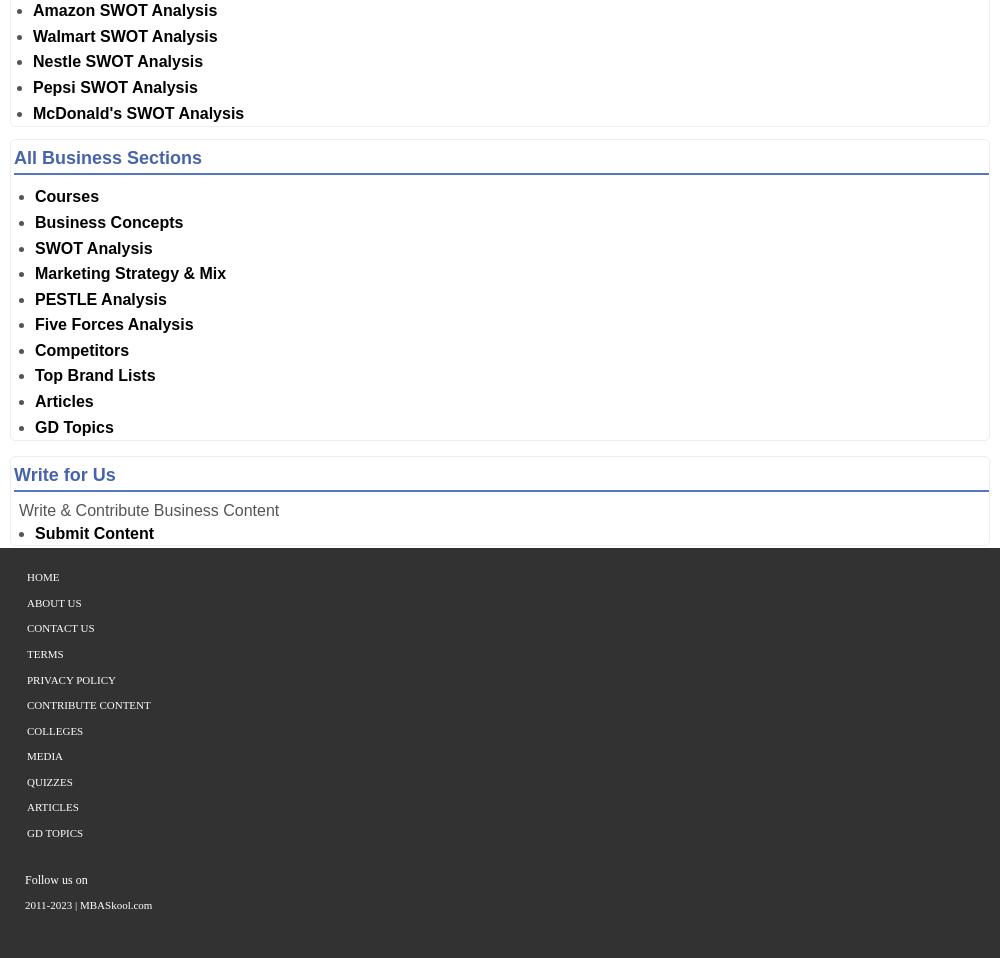 The width and height of the screenshot is (1000, 958). Describe the element at coordinates (54, 602) in the screenshot. I see `'About Us'` at that location.